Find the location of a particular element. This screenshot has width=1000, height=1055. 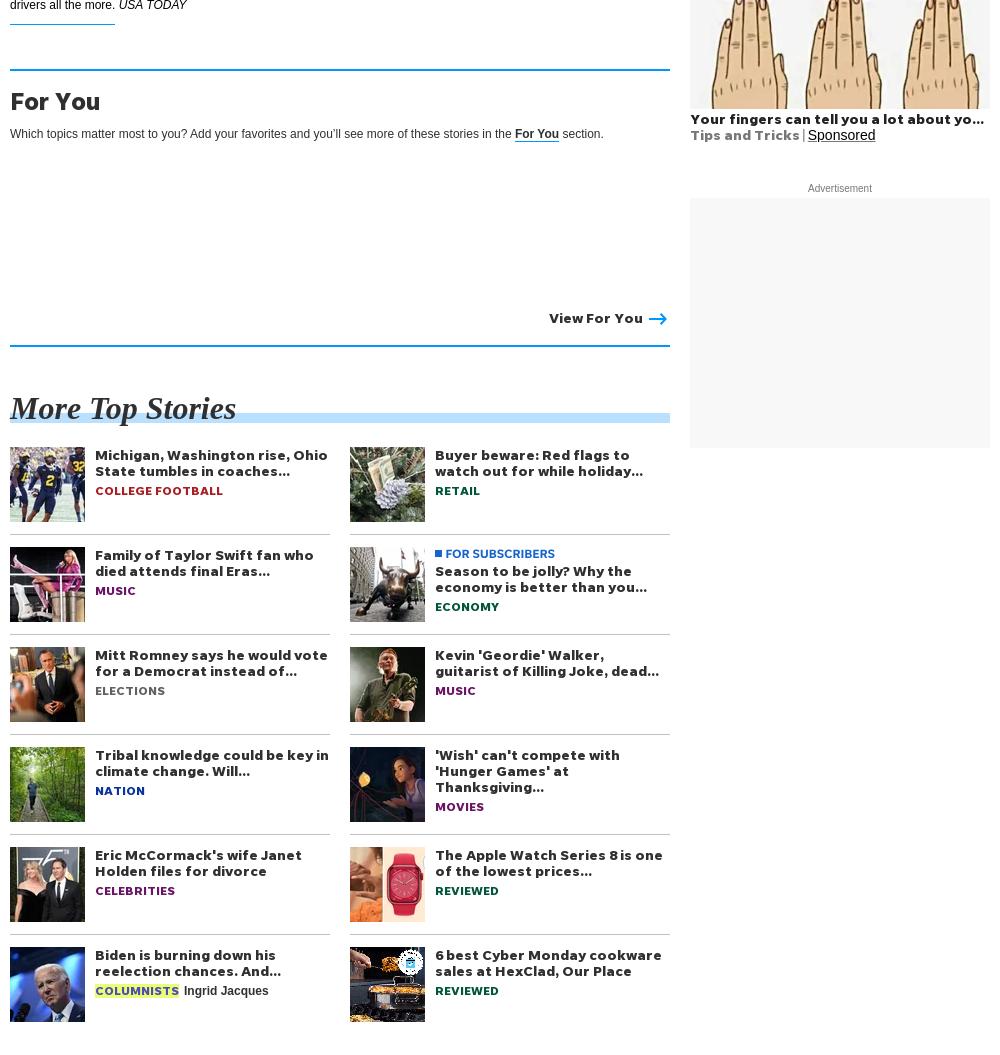

'6 best Cyber Monday cookware sales at HexClad, Our Place' is located at coordinates (548, 962).